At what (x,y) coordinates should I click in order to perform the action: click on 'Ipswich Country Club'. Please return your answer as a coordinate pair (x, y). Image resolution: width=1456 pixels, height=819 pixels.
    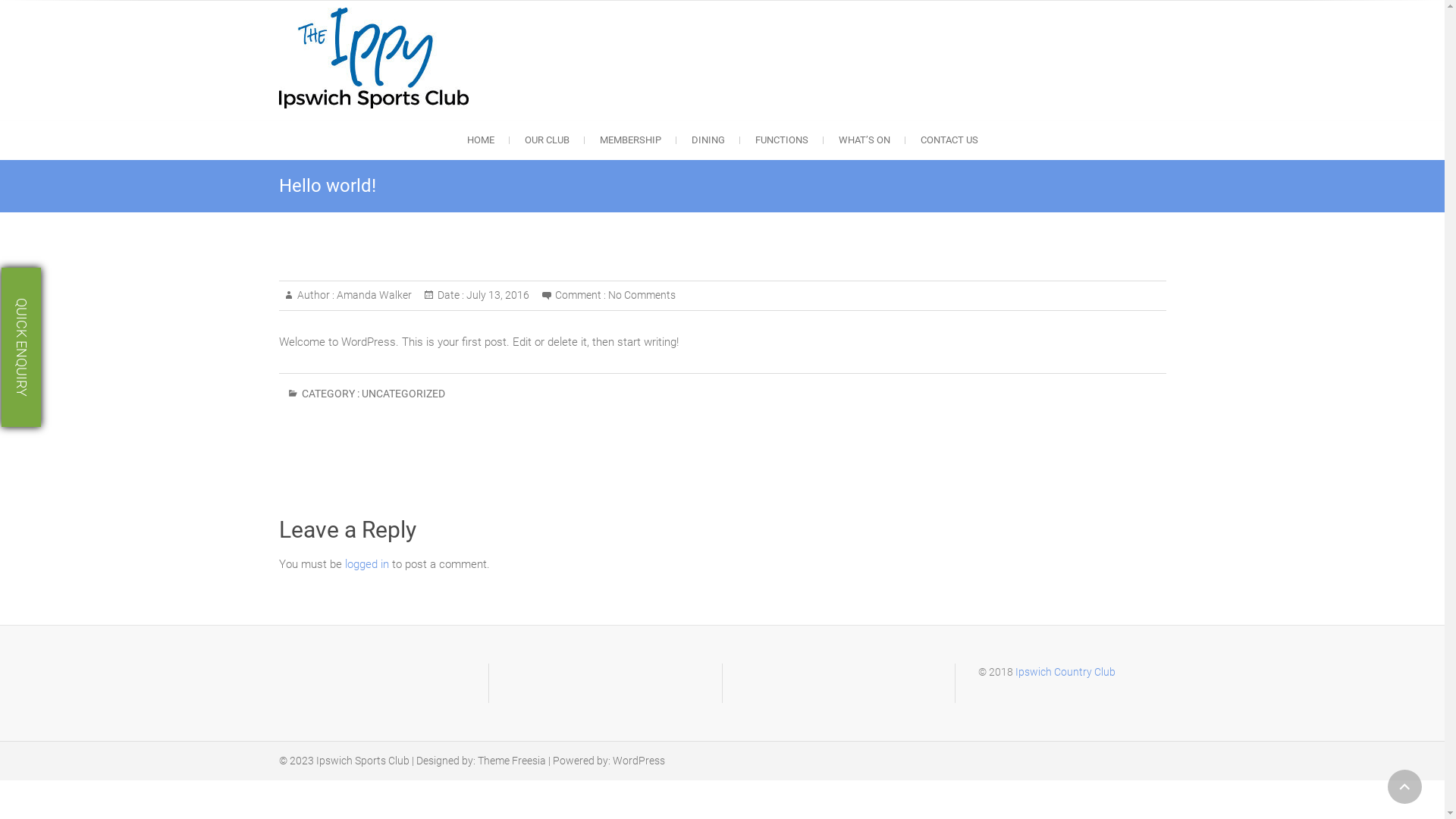
    Looking at the image, I should click on (1015, 671).